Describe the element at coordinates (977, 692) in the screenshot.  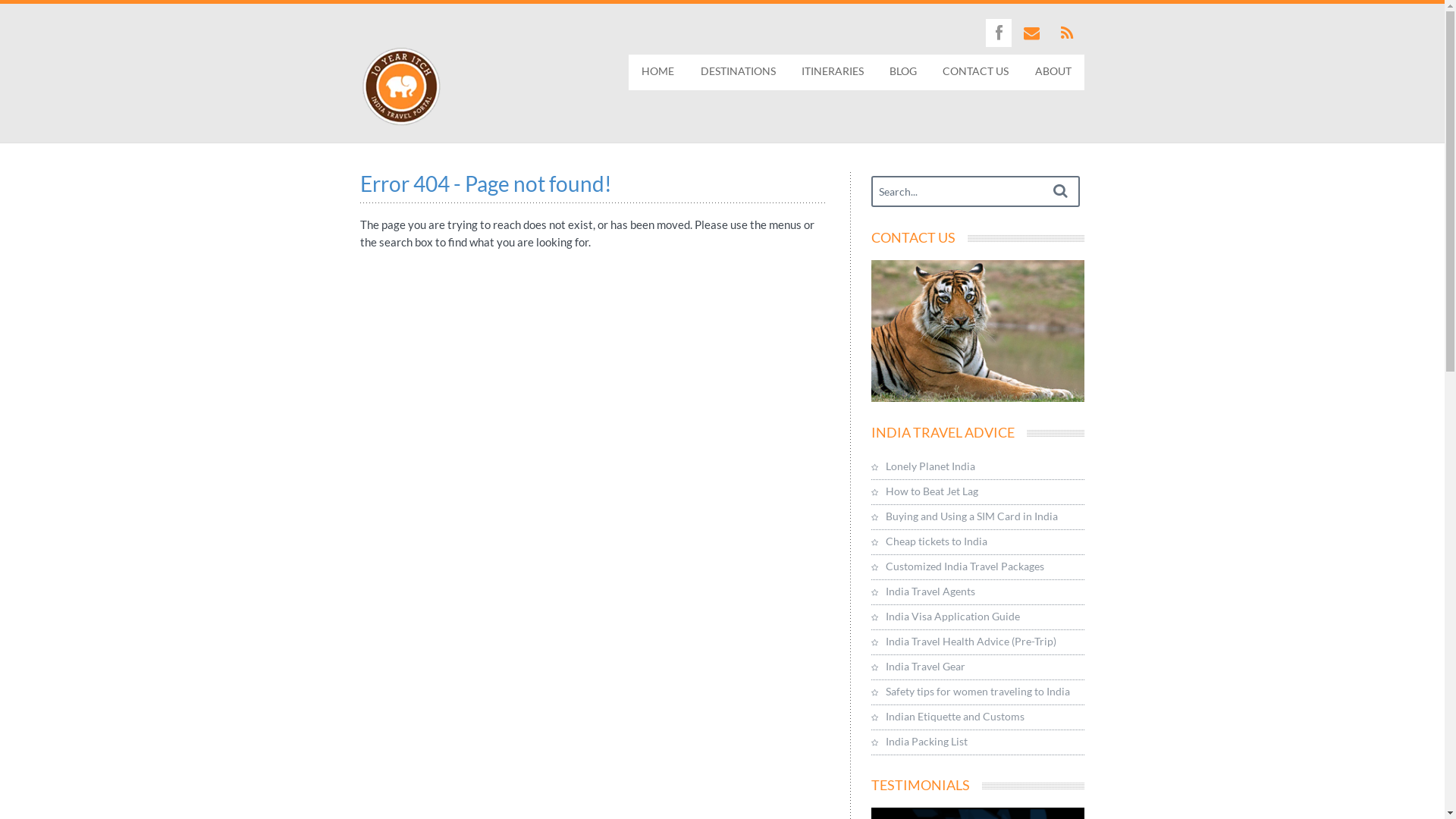
I see `'Safety tips for women traveling to India'` at that location.